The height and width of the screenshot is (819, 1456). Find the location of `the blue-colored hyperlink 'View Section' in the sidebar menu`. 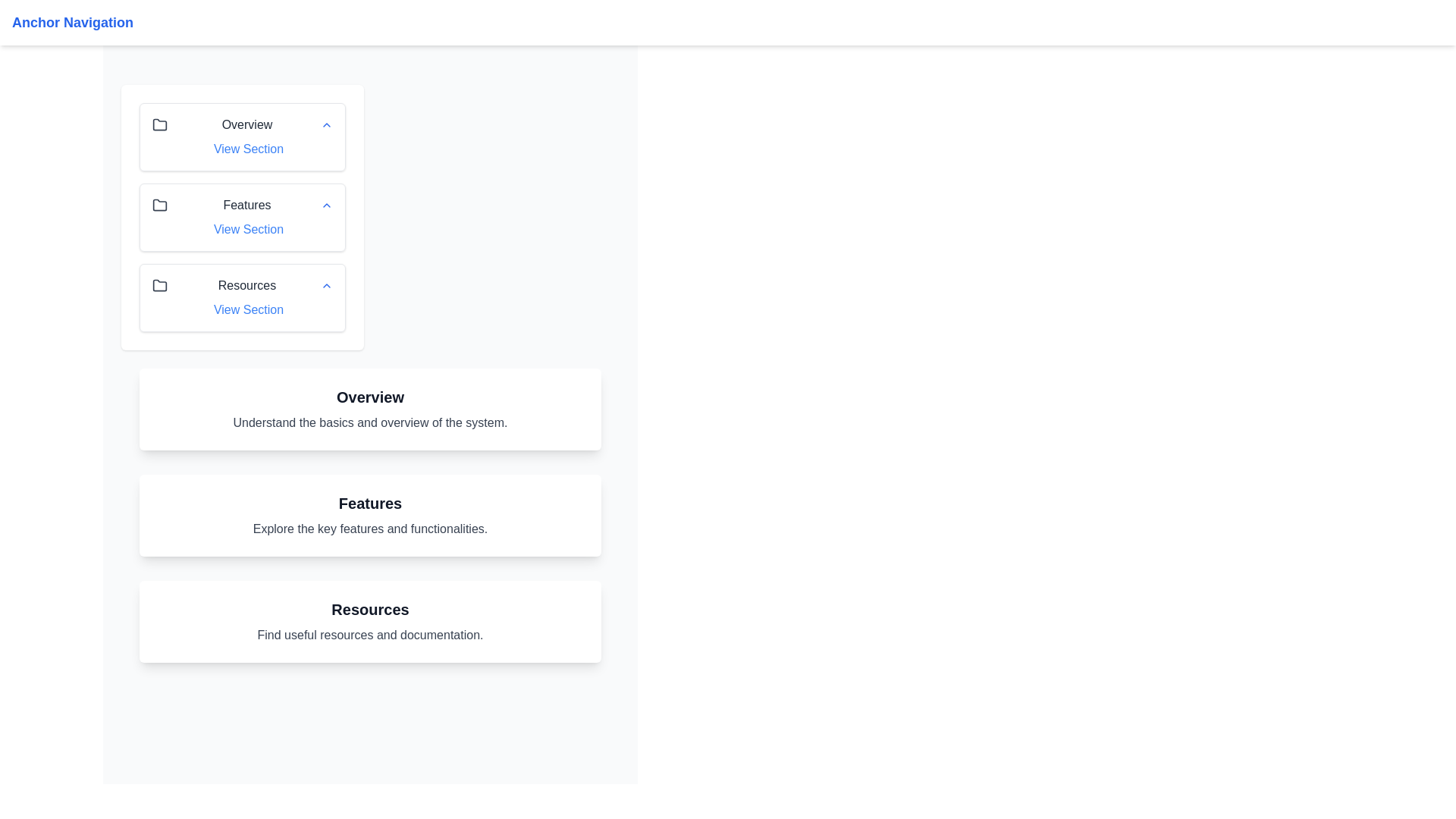

the blue-colored hyperlink 'View Section' in the sidebar menu is located at coordinates (248, 230).